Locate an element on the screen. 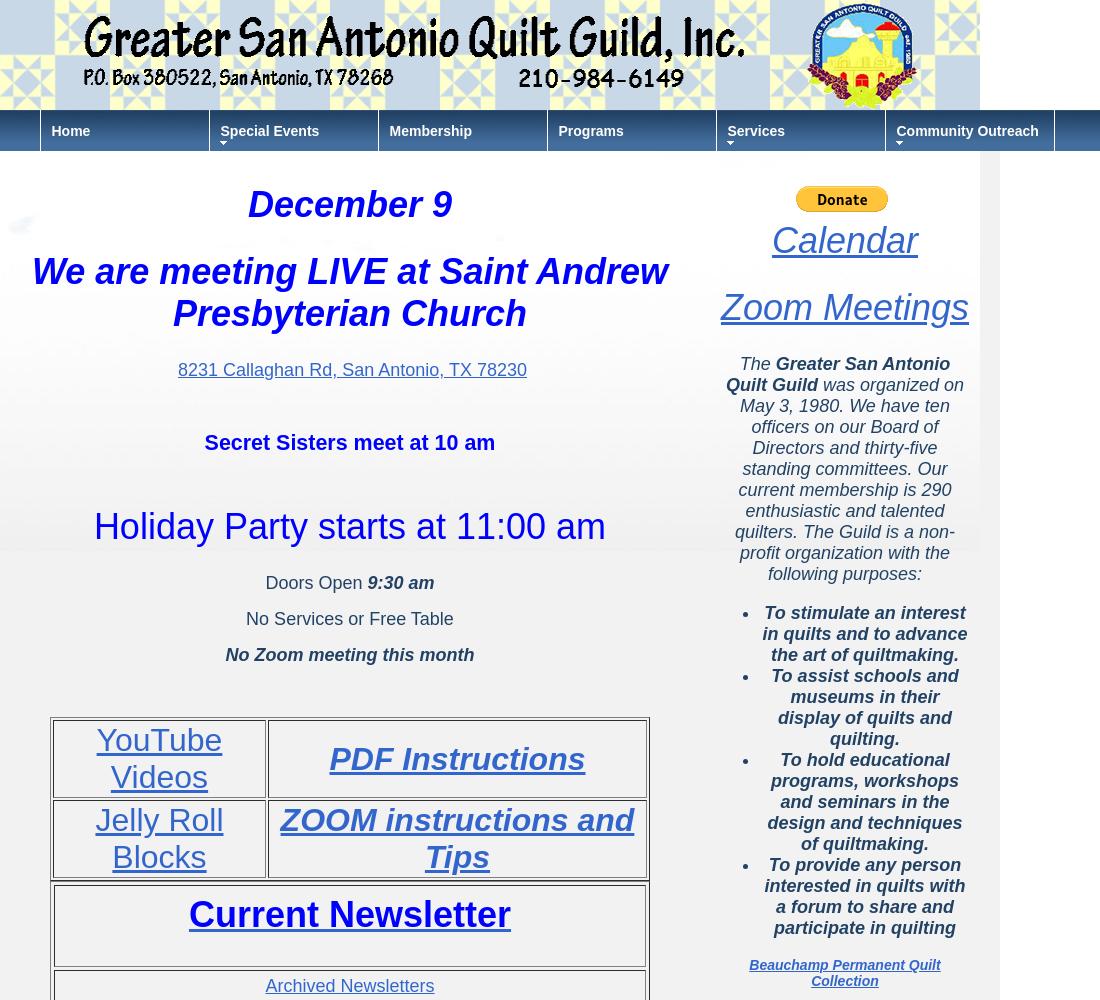 The height and width of the screenshot is (1000, 1100). 'December 9' is located at coordinates (349, 203).